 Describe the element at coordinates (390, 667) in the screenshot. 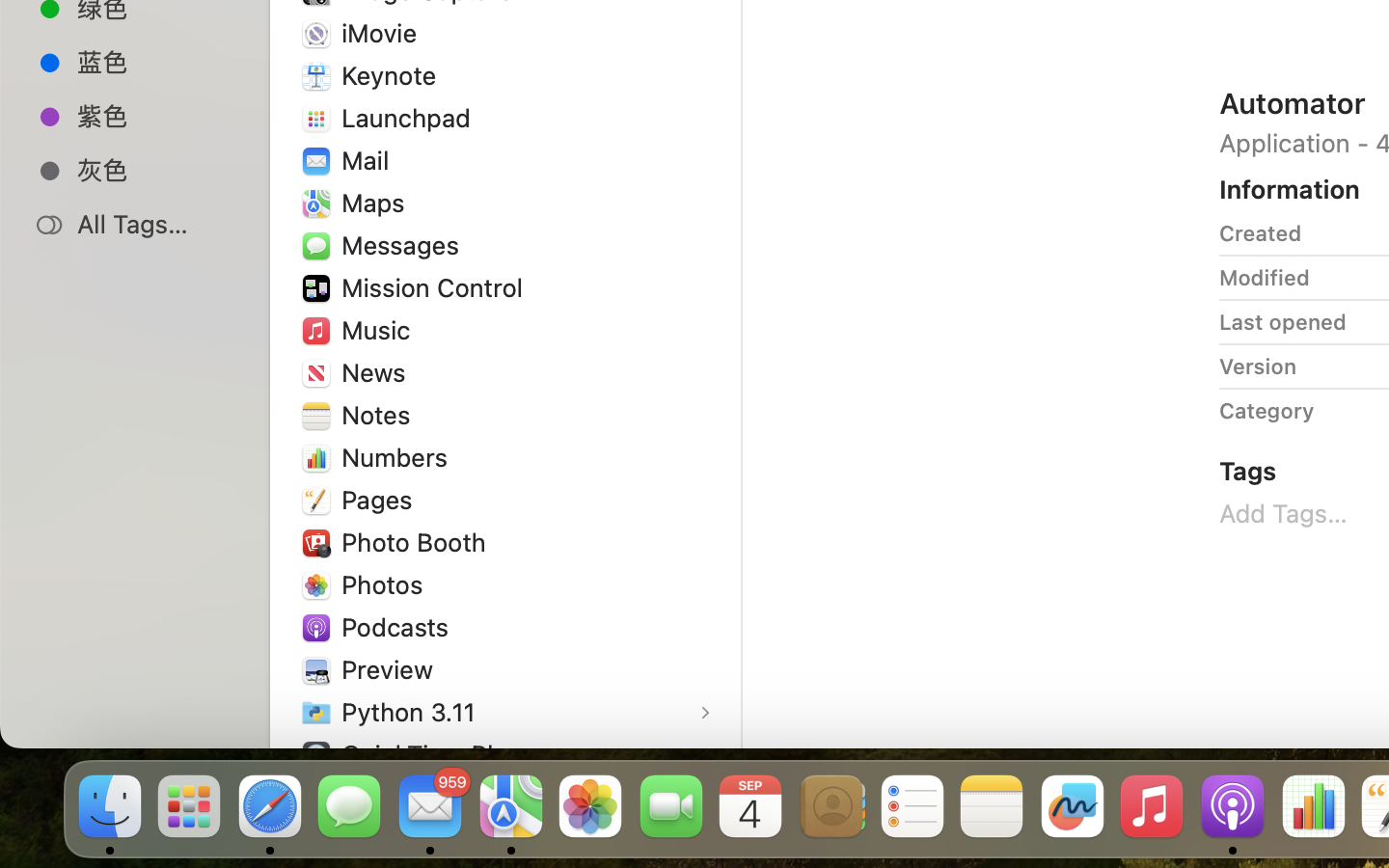

I see `'Preview'` at that location.